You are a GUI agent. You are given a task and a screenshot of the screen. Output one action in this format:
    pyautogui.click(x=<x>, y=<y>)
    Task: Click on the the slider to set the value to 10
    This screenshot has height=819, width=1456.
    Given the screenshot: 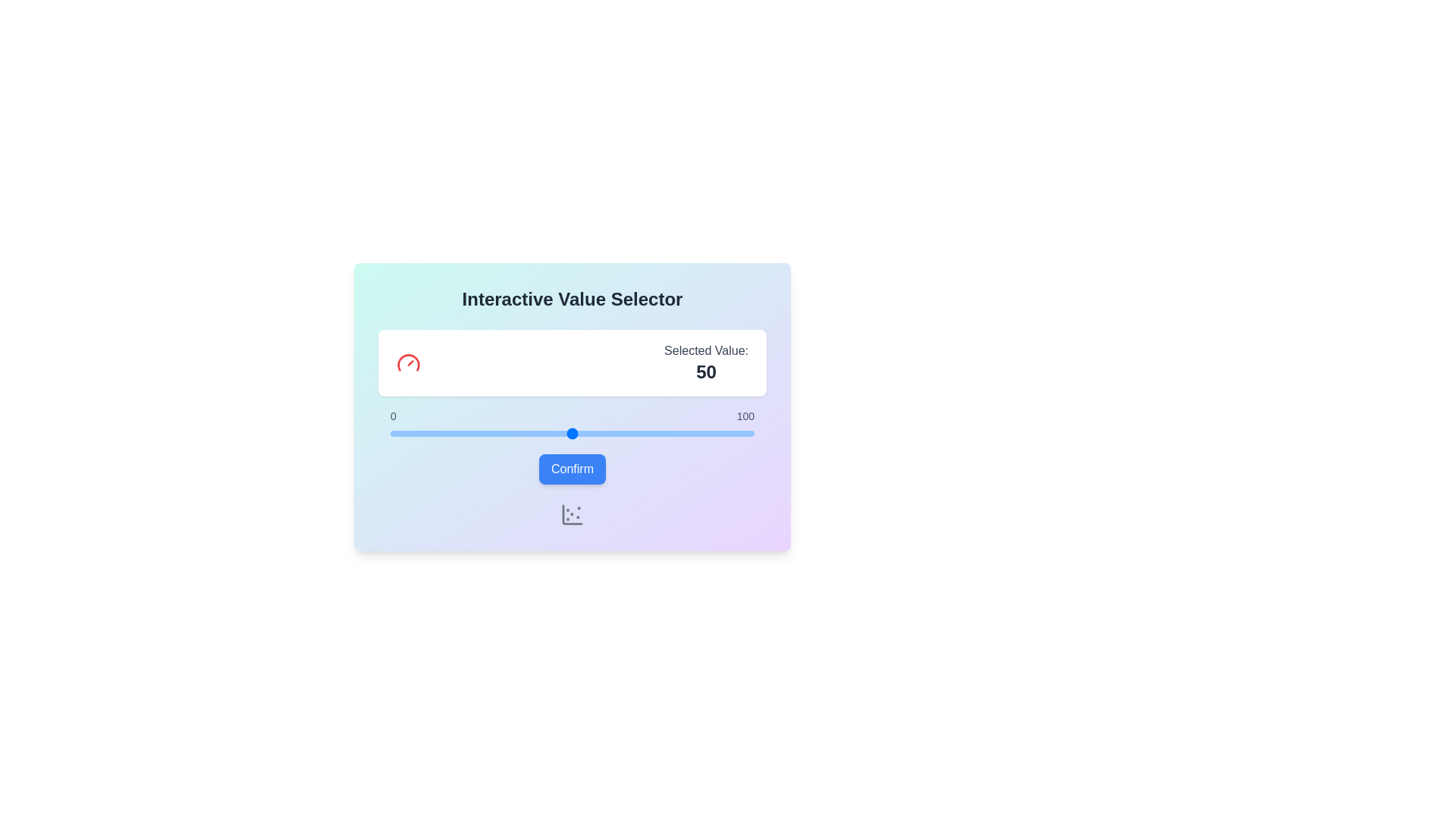 What is the action you would take?
    pyautogui.click(x=425, y=433)
    